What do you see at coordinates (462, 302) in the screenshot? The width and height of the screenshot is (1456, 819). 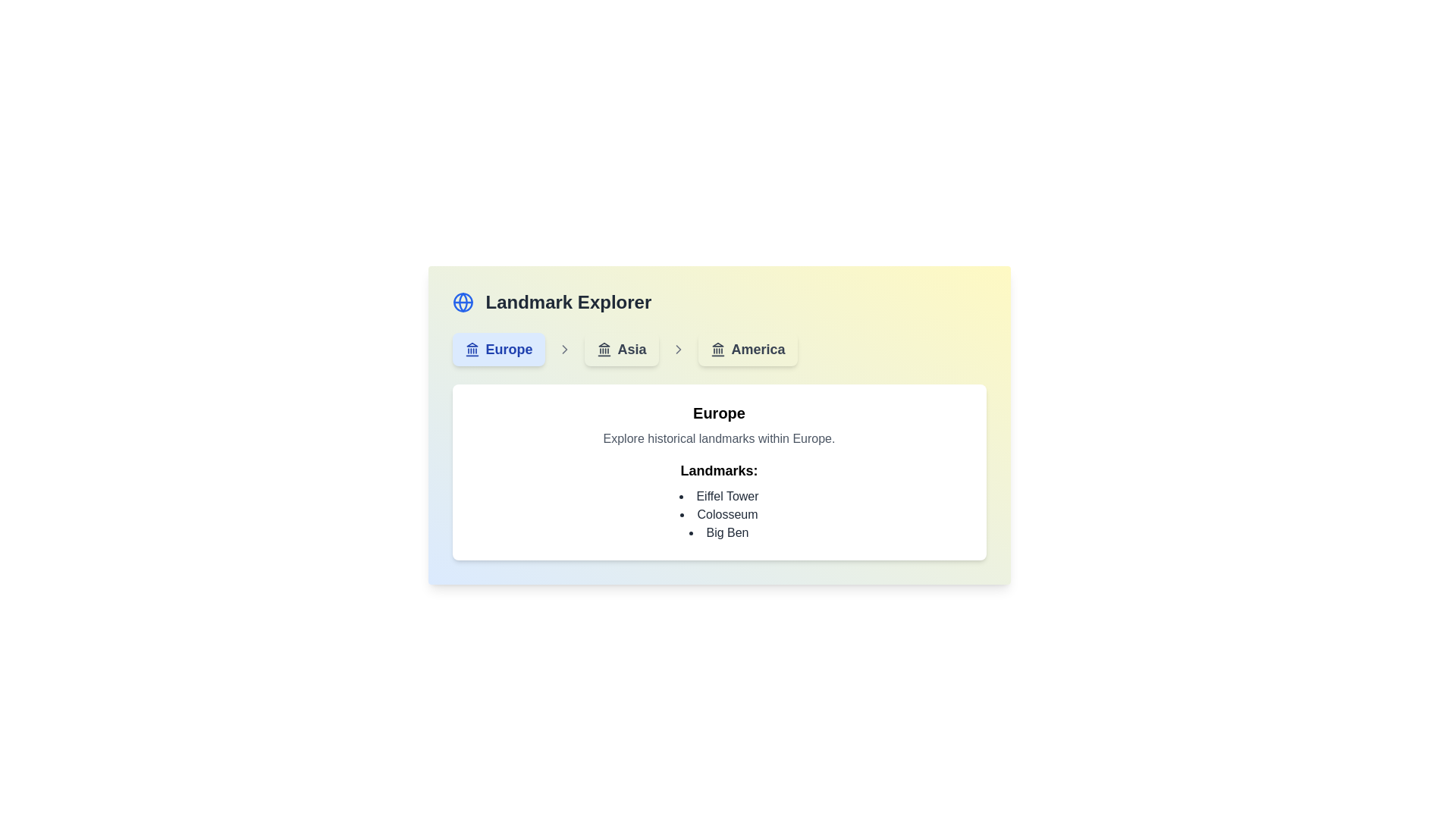 I see `the globe icon, which is styled in blue and located to the left of the 'Landmark Explorer' title text in the header area of the panel` at bounding box center [462, 302].